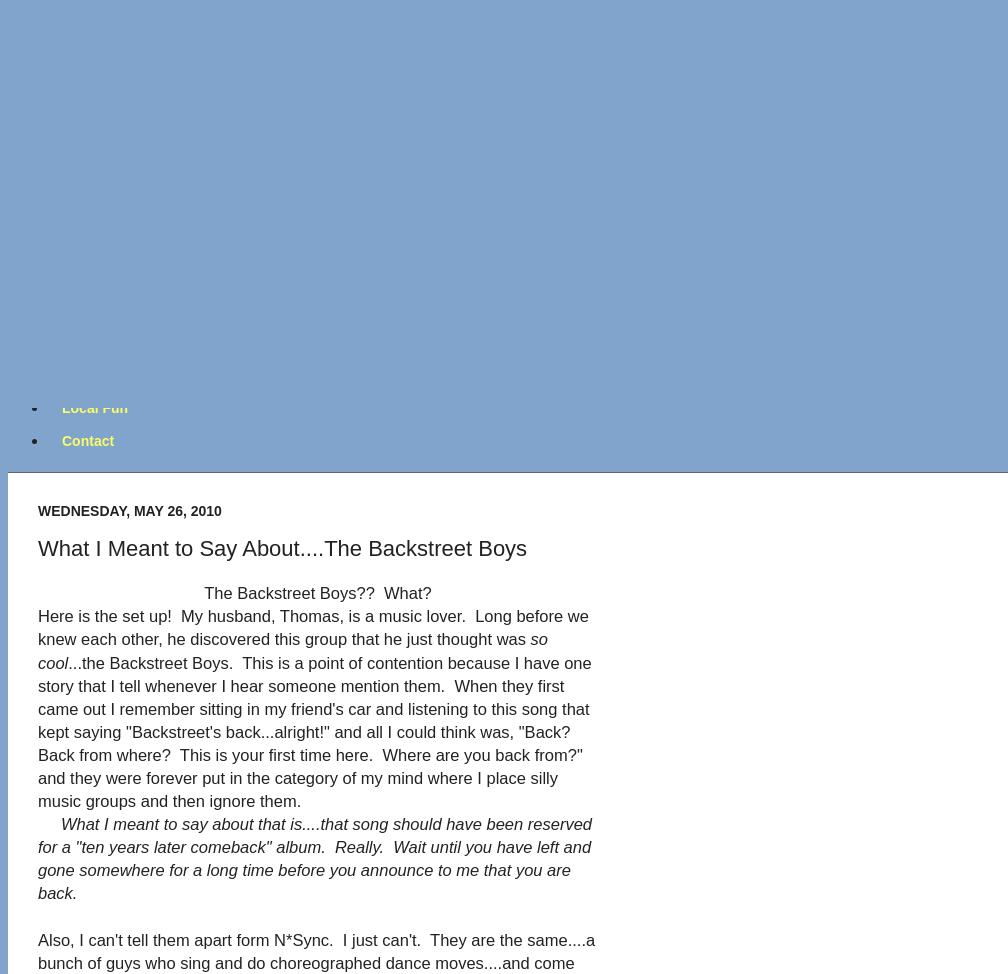  I want to click on 'Wednesday, May 26, 2010', so click(38, 510).